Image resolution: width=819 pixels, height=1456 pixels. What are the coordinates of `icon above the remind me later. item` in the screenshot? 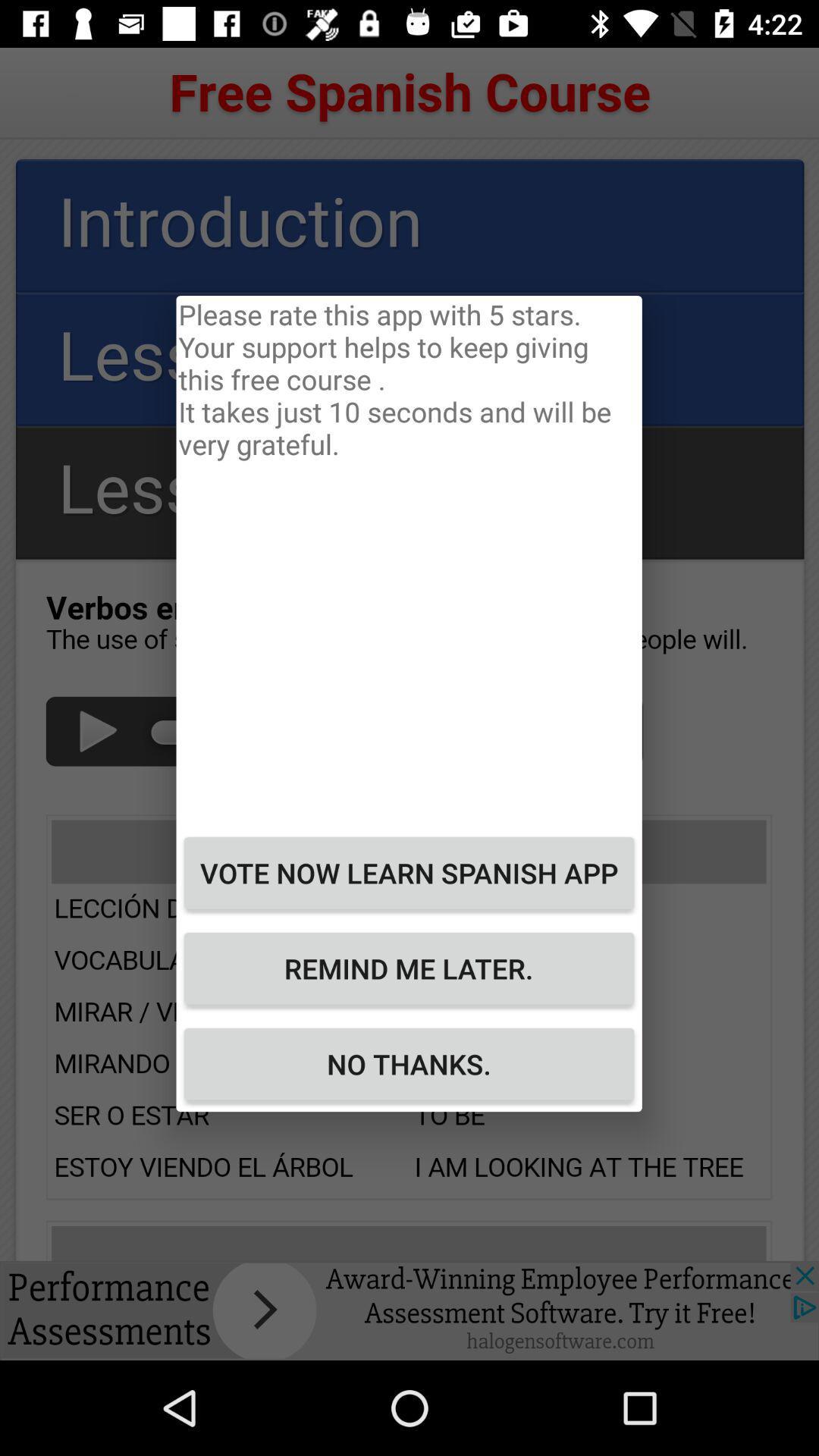 It's located at (408, 873).